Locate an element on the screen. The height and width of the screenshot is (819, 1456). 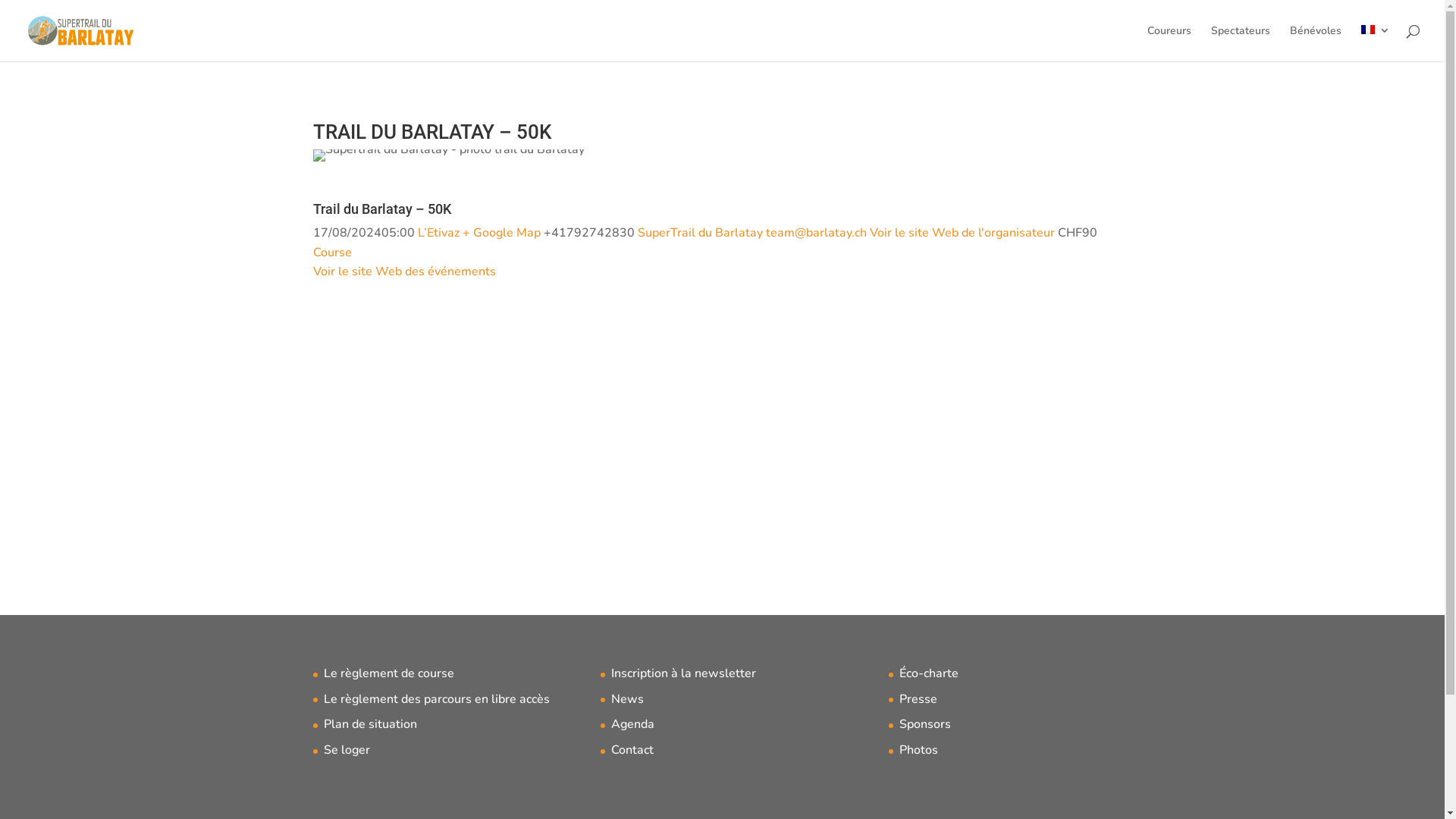
'Spectateurs' is located at coordinates (1210, 42).